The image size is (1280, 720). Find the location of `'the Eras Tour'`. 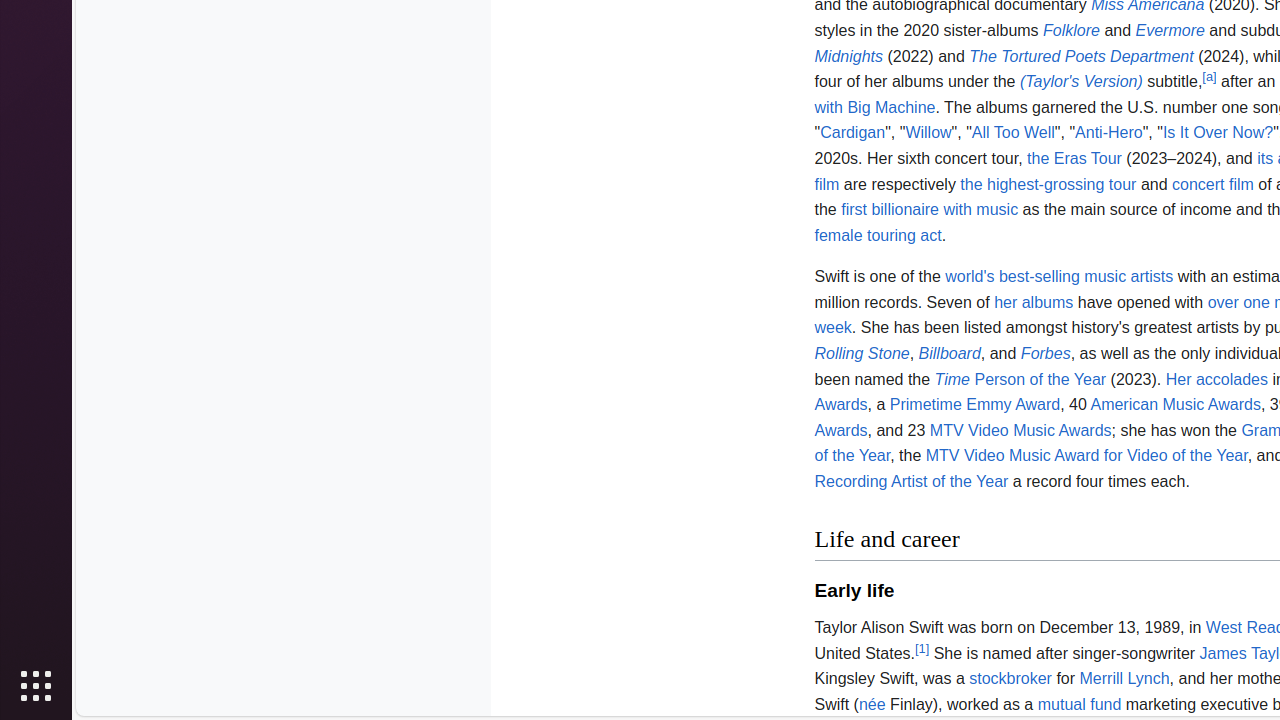

'the Eras Tour' is located at coordinates (1073, 156).